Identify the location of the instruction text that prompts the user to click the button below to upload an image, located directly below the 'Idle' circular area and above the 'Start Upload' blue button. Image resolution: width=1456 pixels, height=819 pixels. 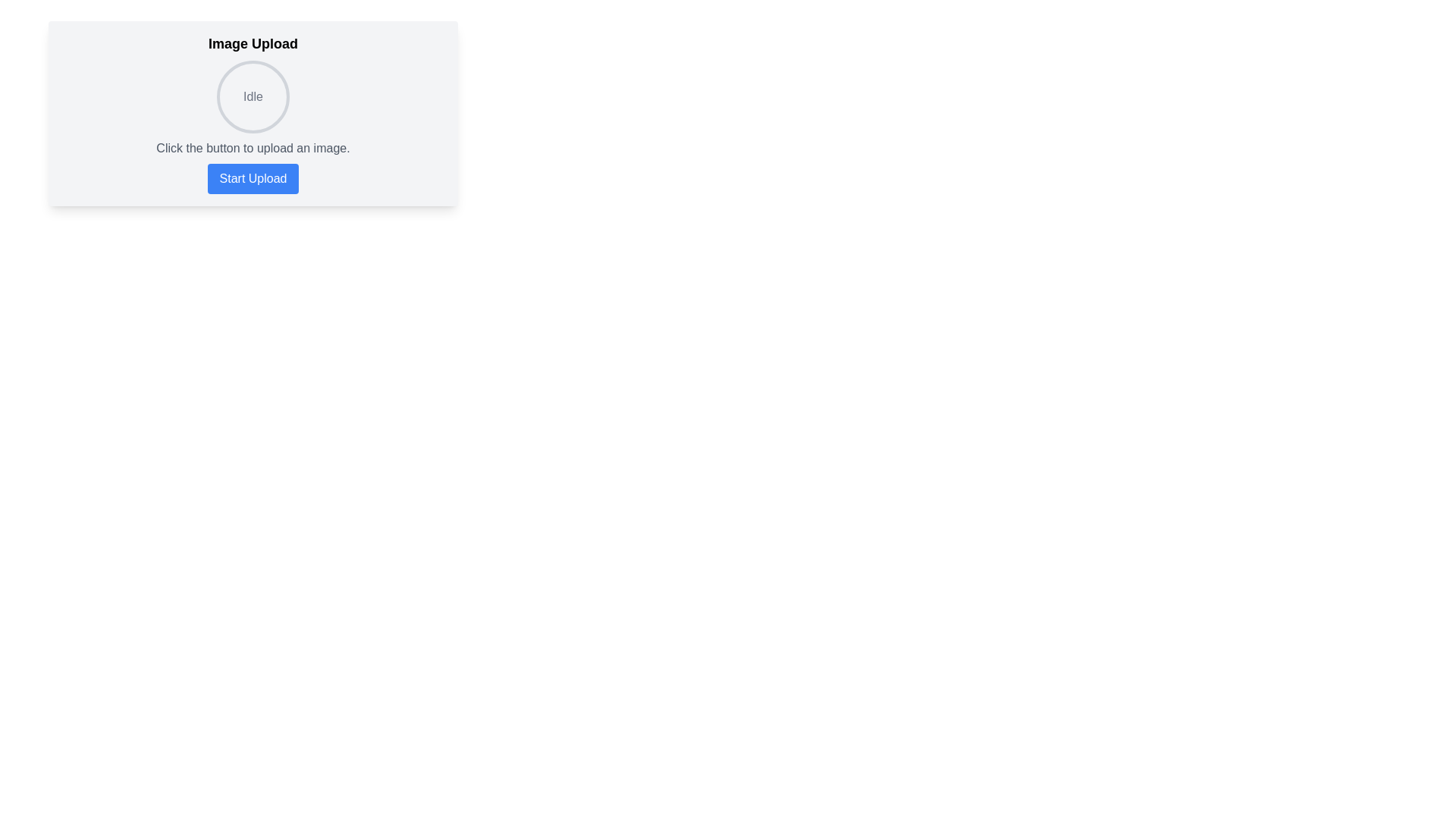
(253, 149).